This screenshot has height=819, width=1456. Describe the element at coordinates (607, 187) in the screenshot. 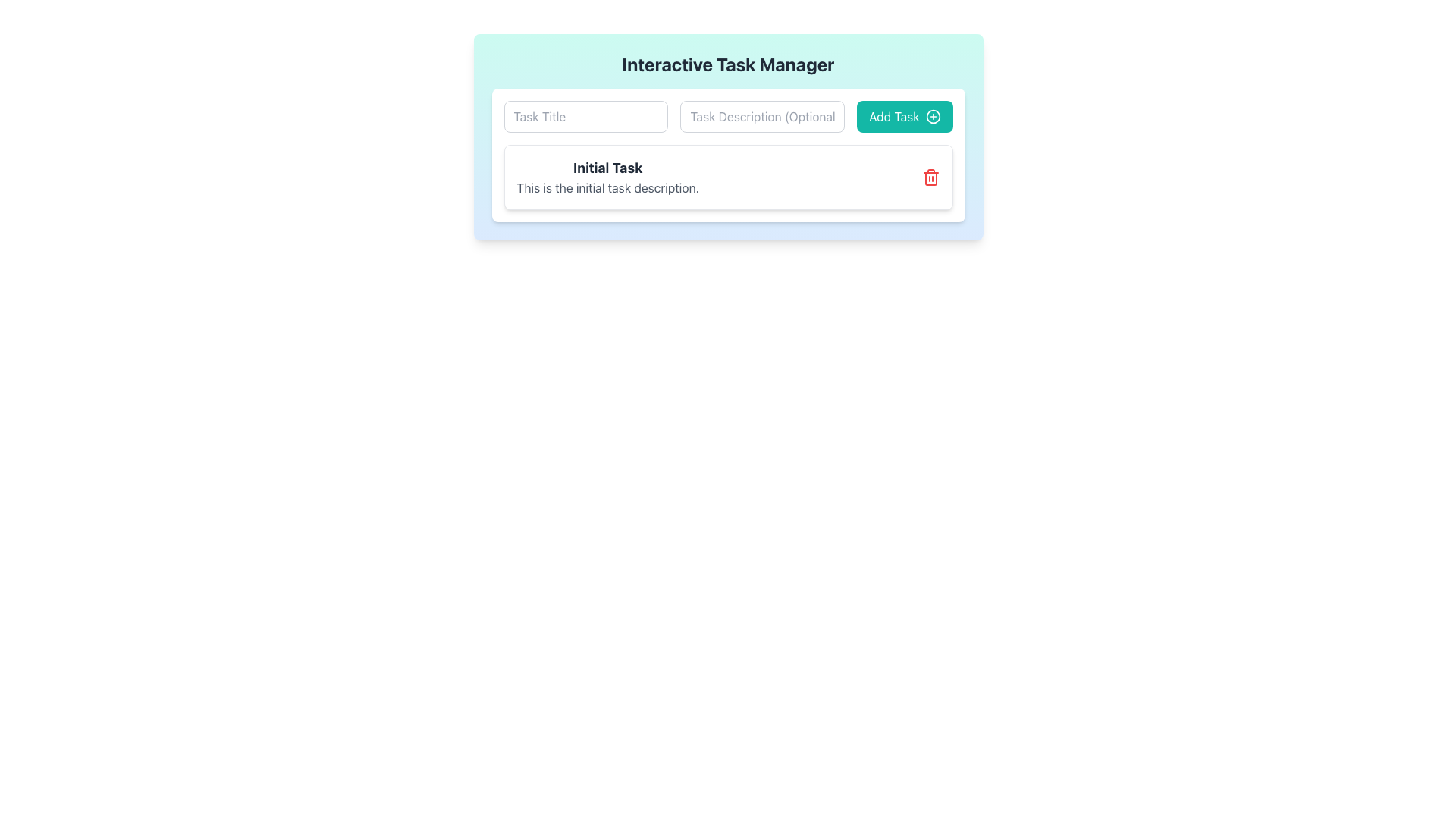

I see `the informational text label located beneath the bolded title 'Initial Task' in the main task card area` at that location.